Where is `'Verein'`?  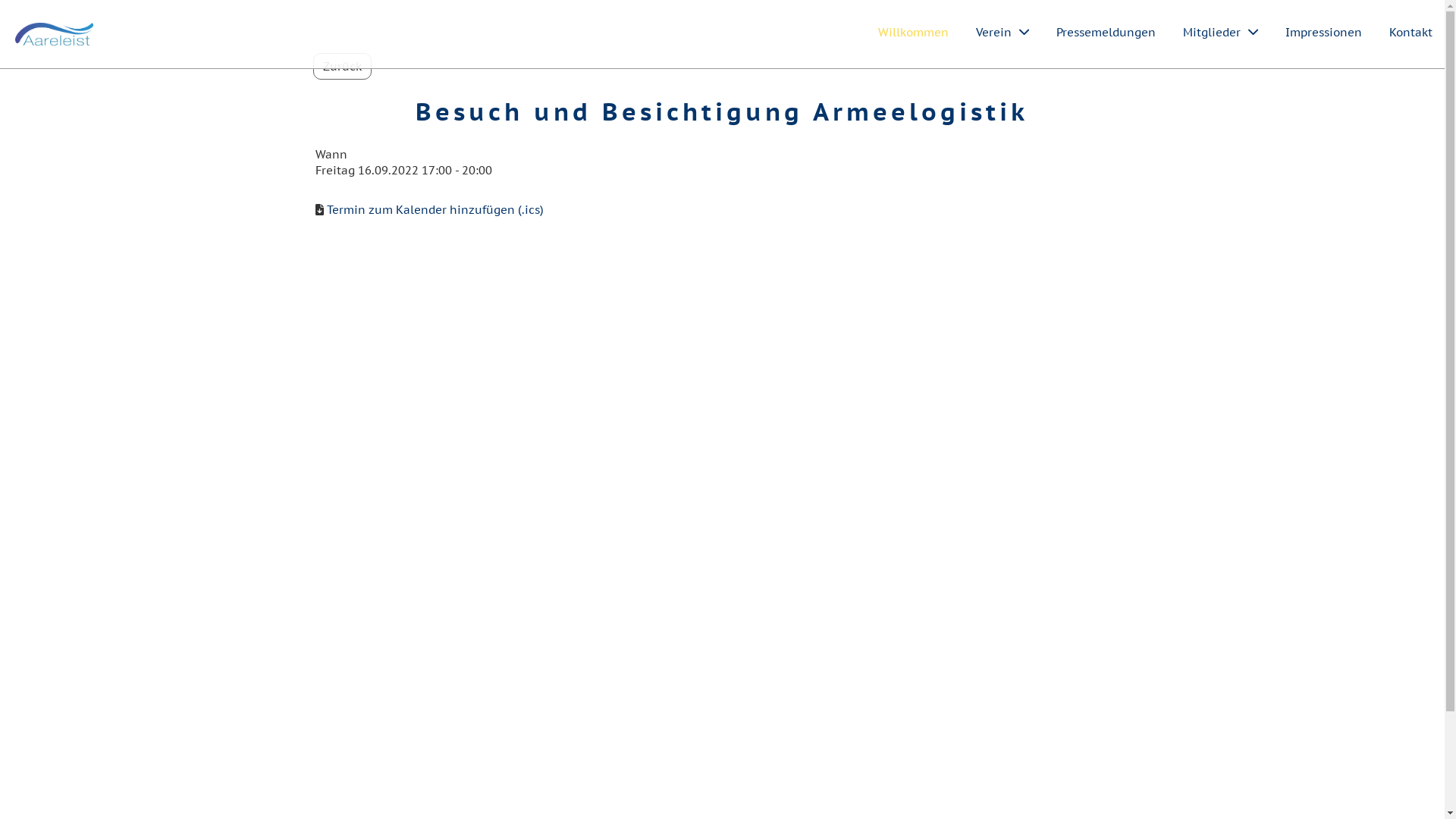
'Verein' is located at coordinates (1002, 32).